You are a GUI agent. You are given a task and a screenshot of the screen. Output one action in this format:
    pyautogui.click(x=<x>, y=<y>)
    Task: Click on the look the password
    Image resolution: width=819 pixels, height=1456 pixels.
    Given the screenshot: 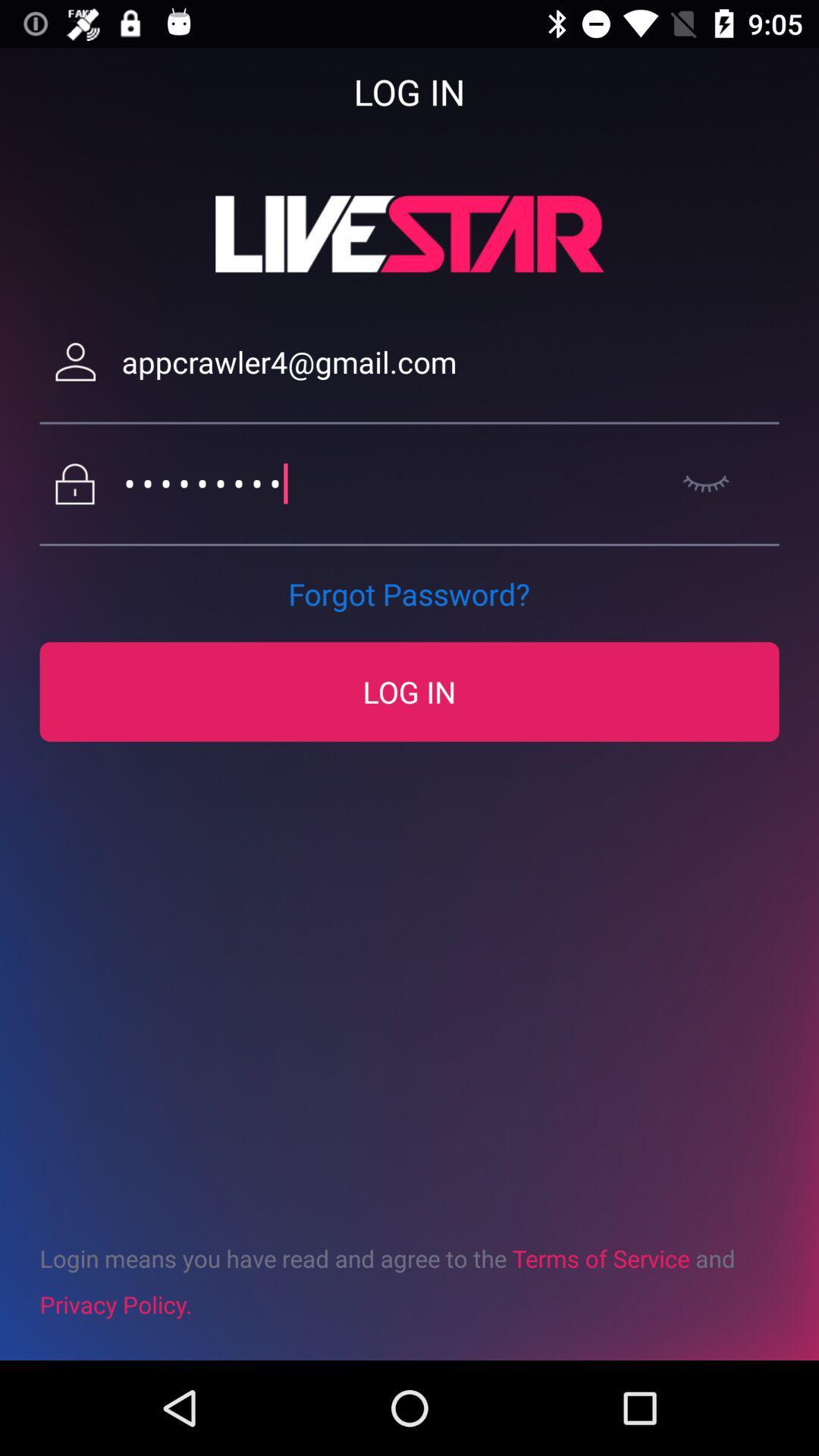 What is the action you would take?
    pyautogui.click(x=706, y=483)
    